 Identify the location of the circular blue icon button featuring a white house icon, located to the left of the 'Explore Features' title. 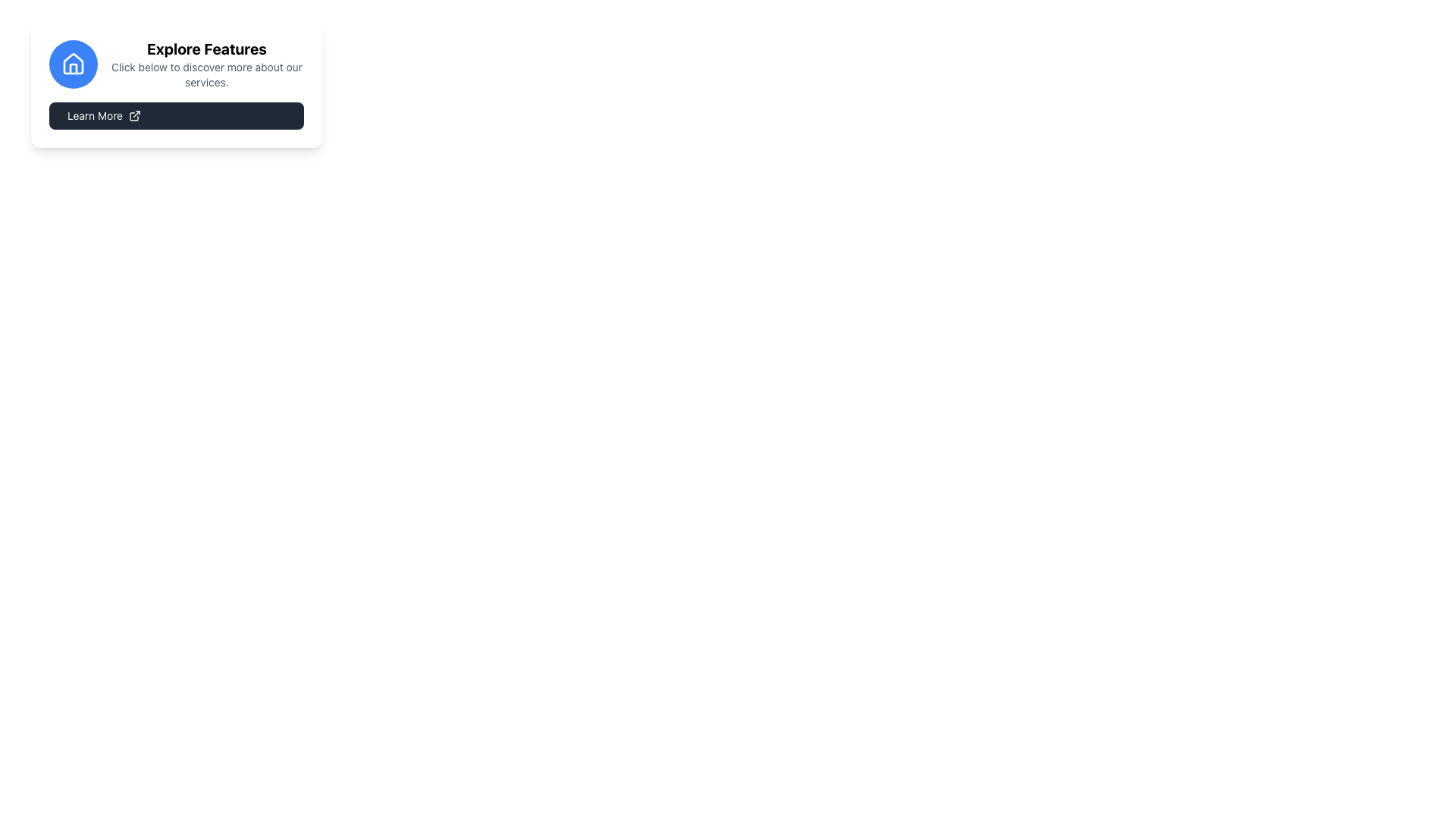
(72, 63).